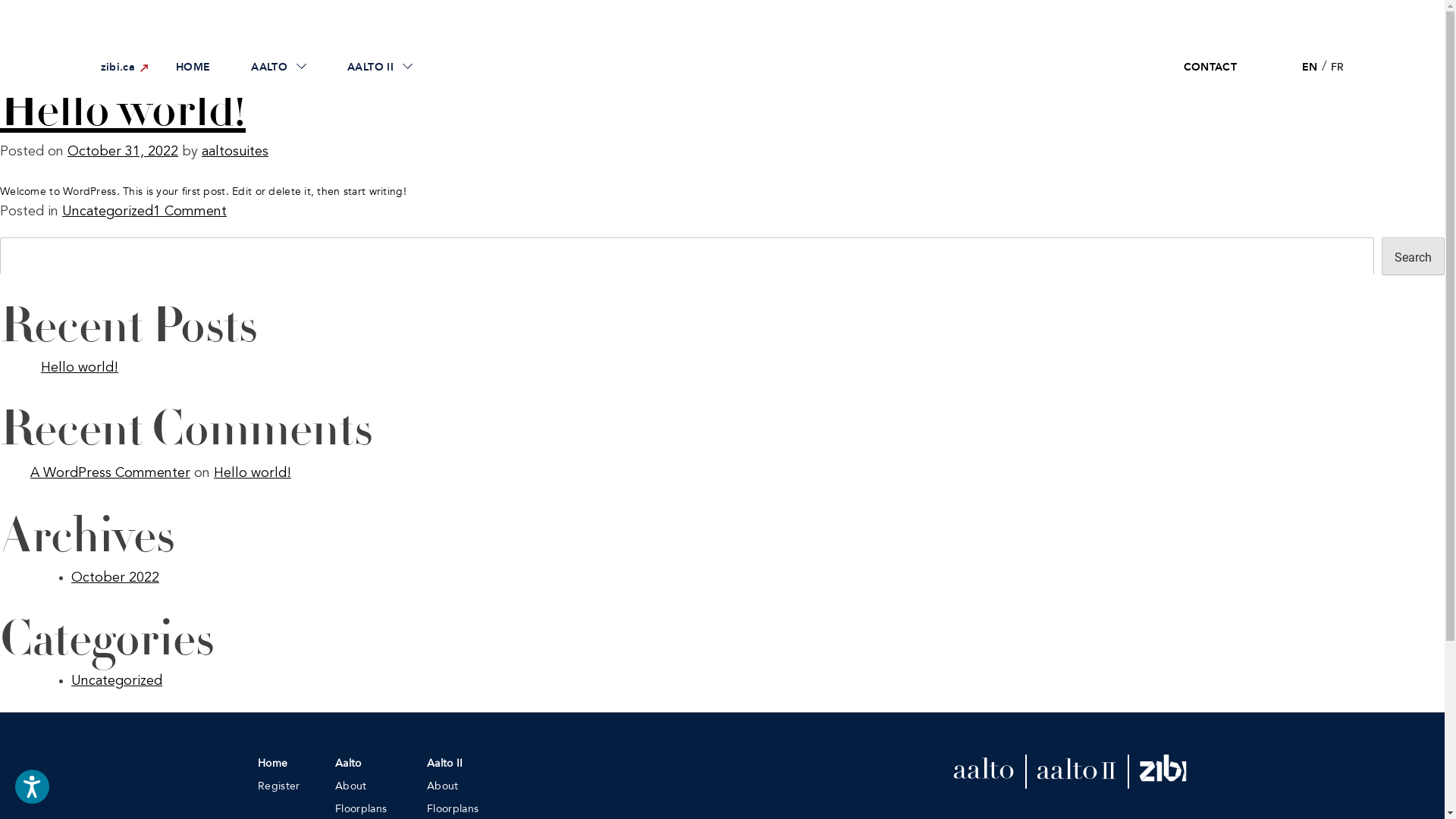  Describe the element at coordinates (272, 763) in the screenshot. I see `'Home'` at that location.